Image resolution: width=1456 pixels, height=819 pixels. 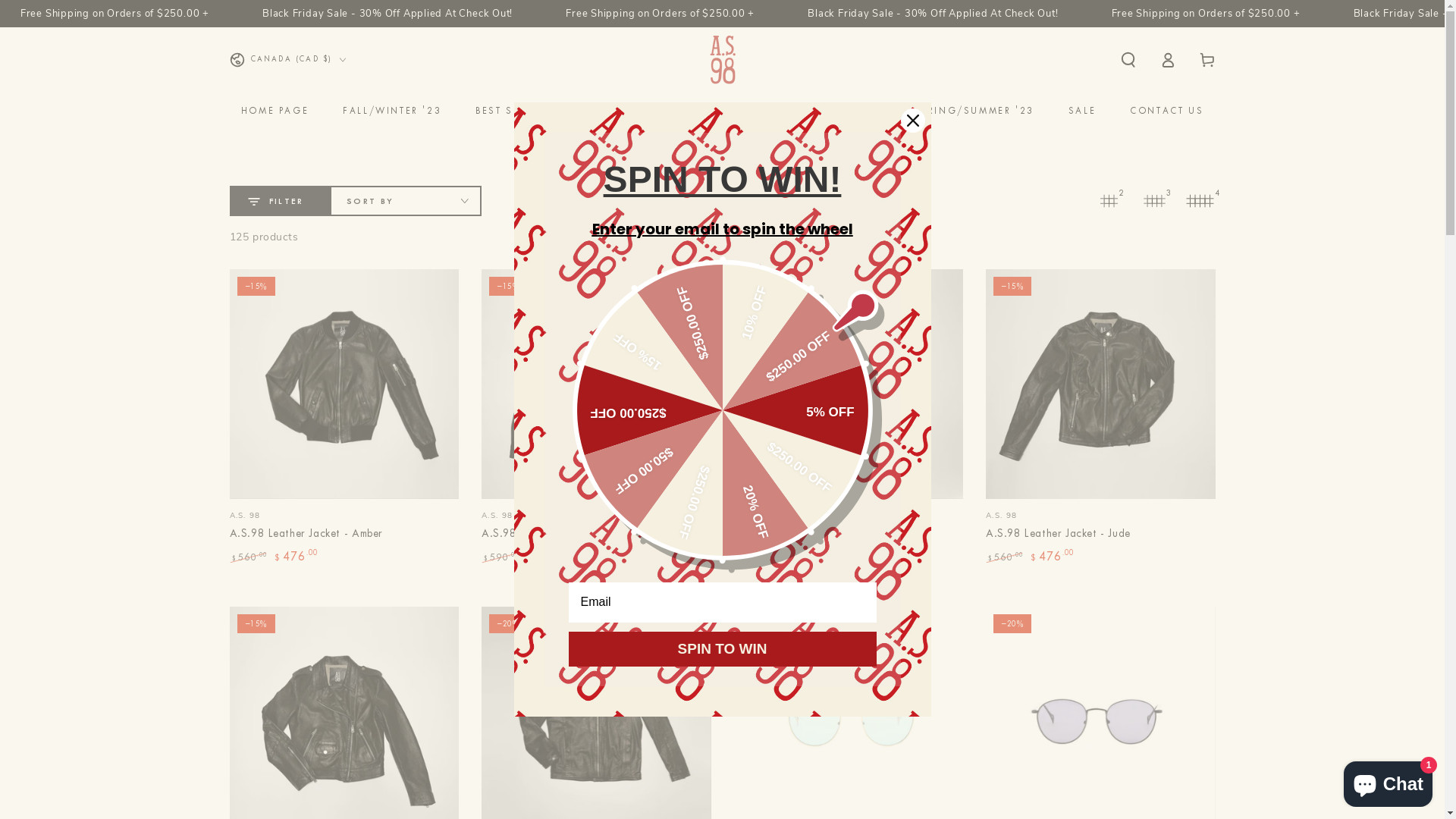 I want to click on '4', so click(x=1199, y=200).